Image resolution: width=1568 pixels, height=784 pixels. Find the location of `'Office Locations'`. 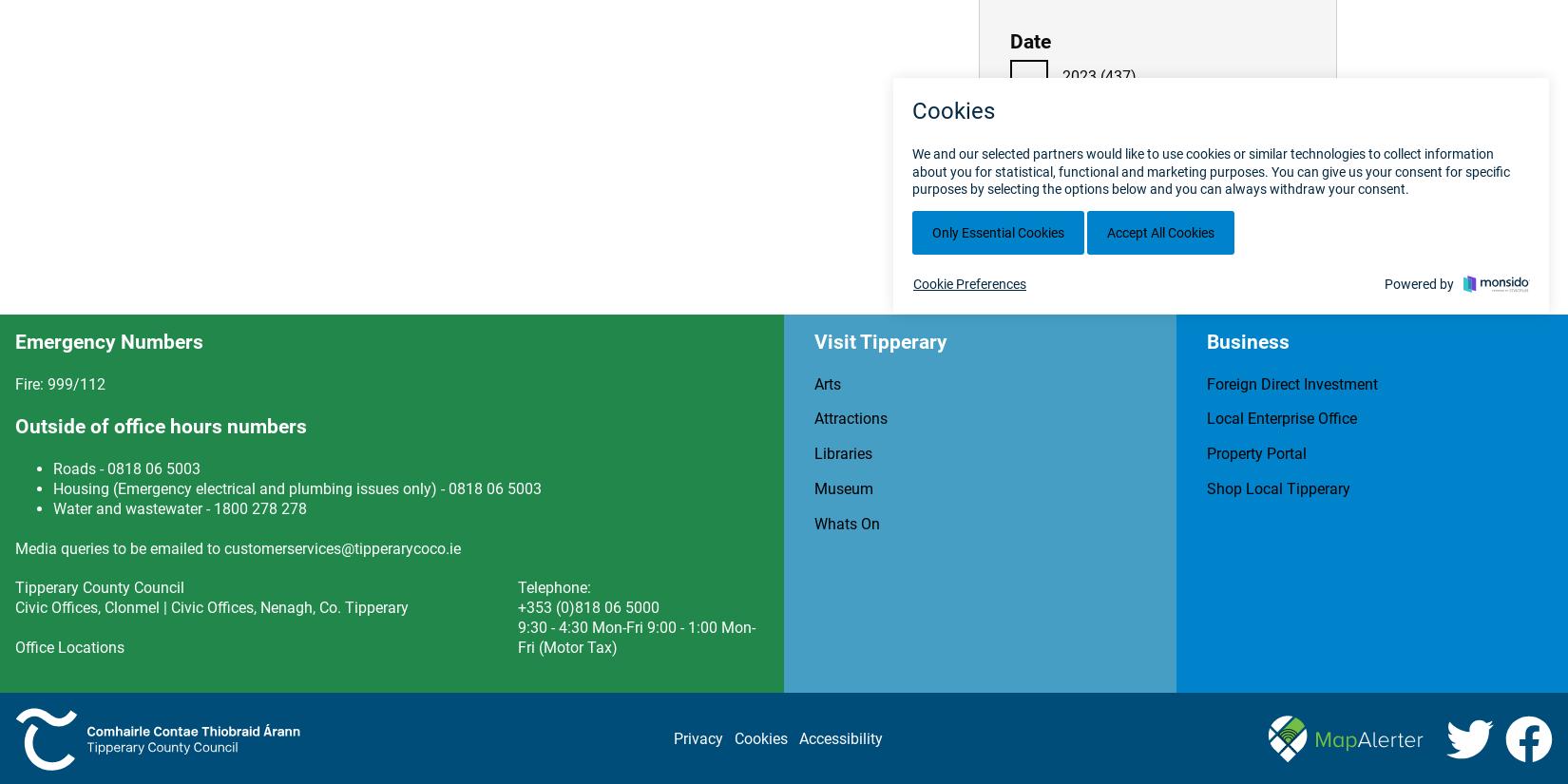

'Office Locations' is located at coordinates (69, 646).